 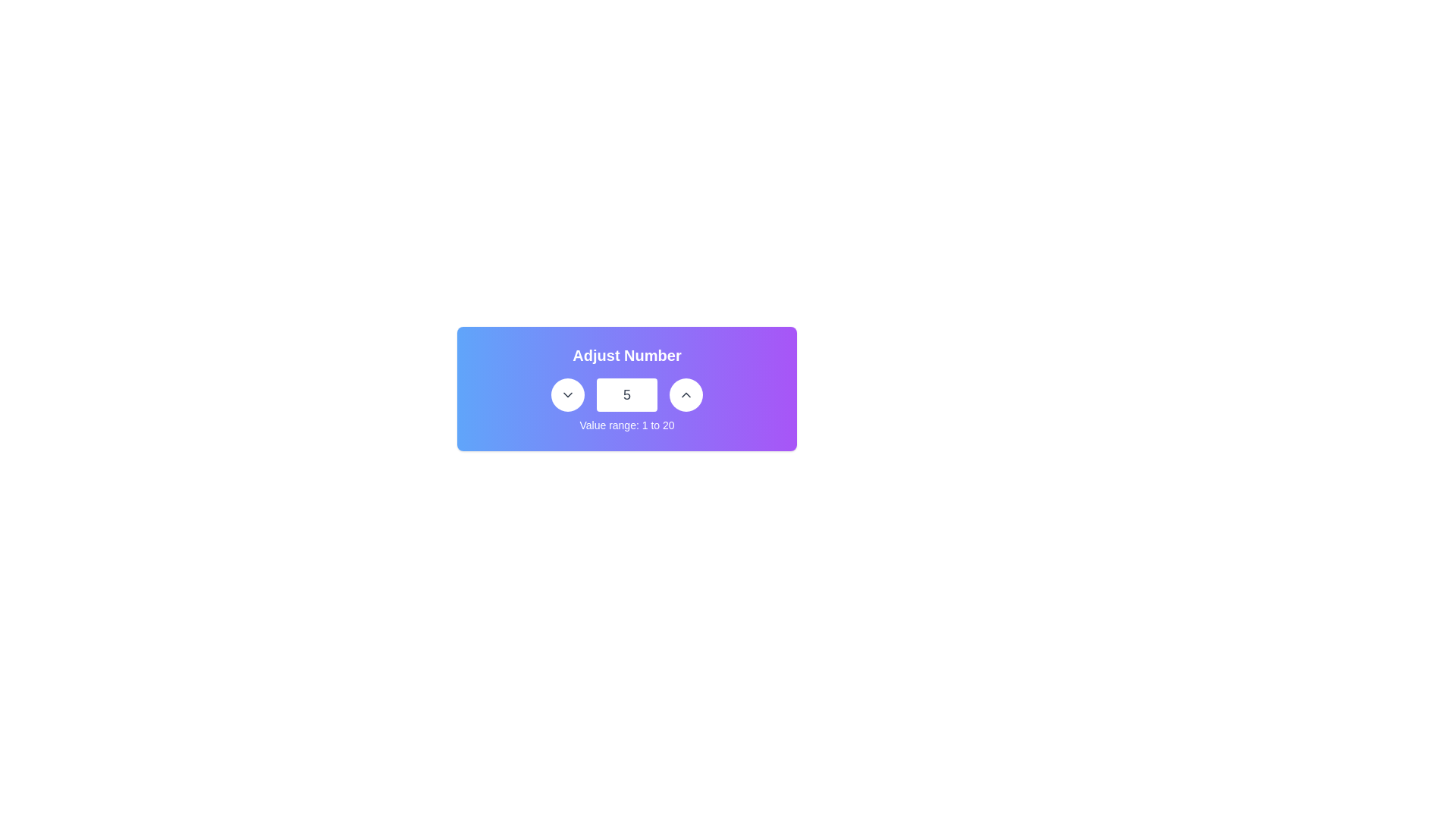 What do you see at coordinates (686, 394) in the screenshot?
I see `the increment button, which is represented by a chevron-type icon centered within a circular, white button with a gray border at the topmost region of the component row` at bounding box center [686, 394].